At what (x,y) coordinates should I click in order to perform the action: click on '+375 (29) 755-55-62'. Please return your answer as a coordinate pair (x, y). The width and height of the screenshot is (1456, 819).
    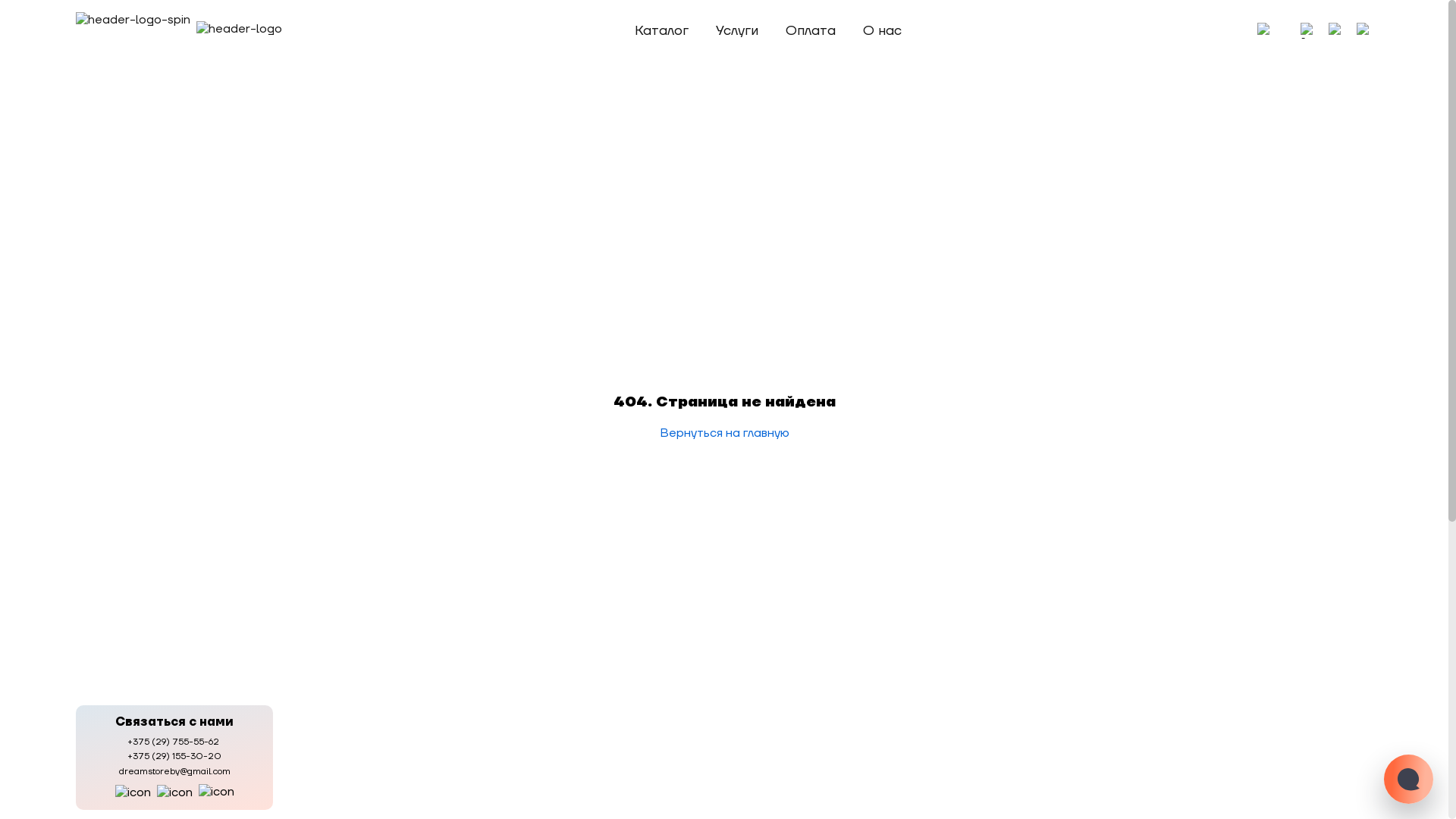
    Looking at the image, I should click on (174, 741).